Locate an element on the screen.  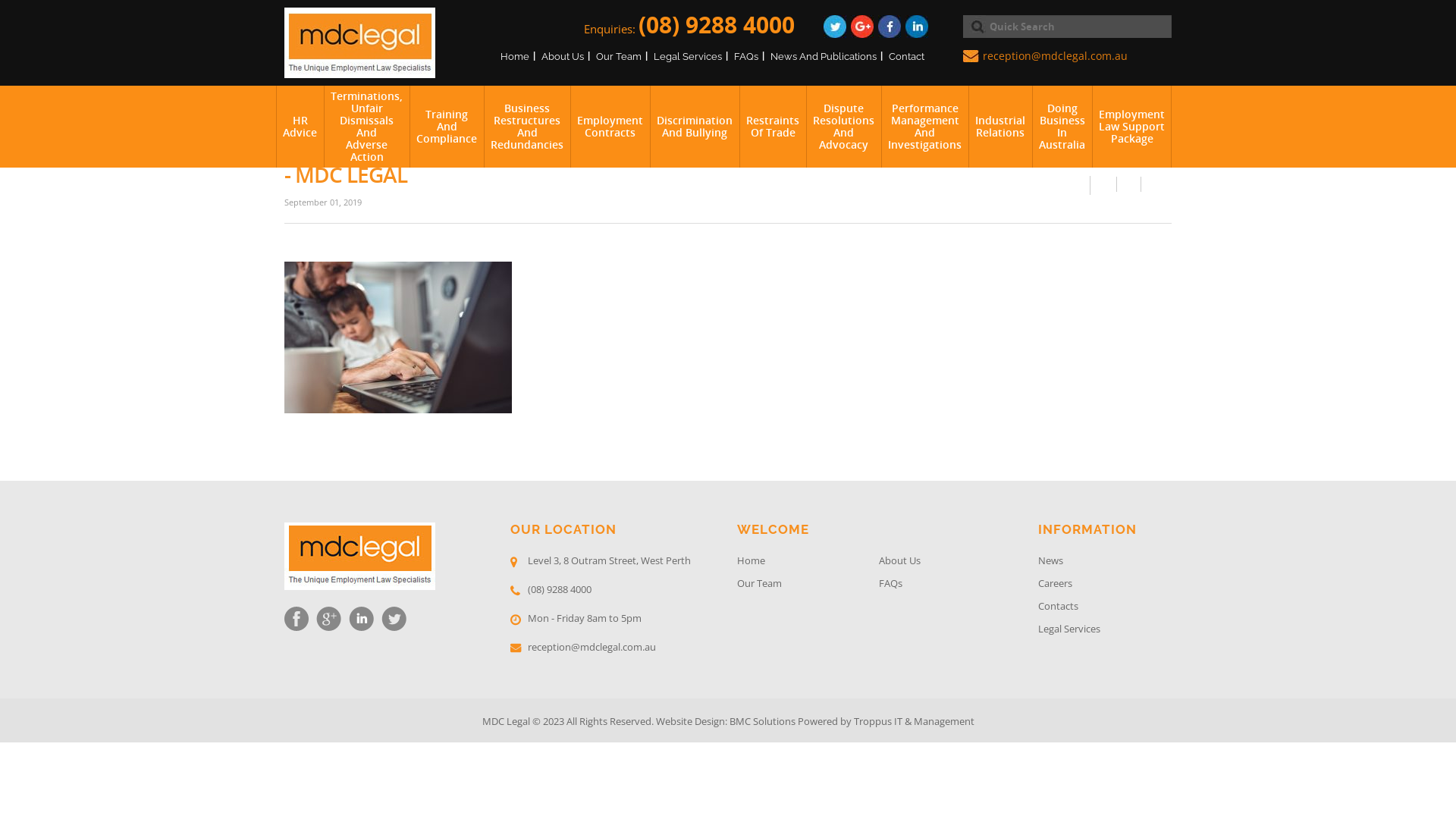
'Tweet this' is located at coordinates (1128, 184).